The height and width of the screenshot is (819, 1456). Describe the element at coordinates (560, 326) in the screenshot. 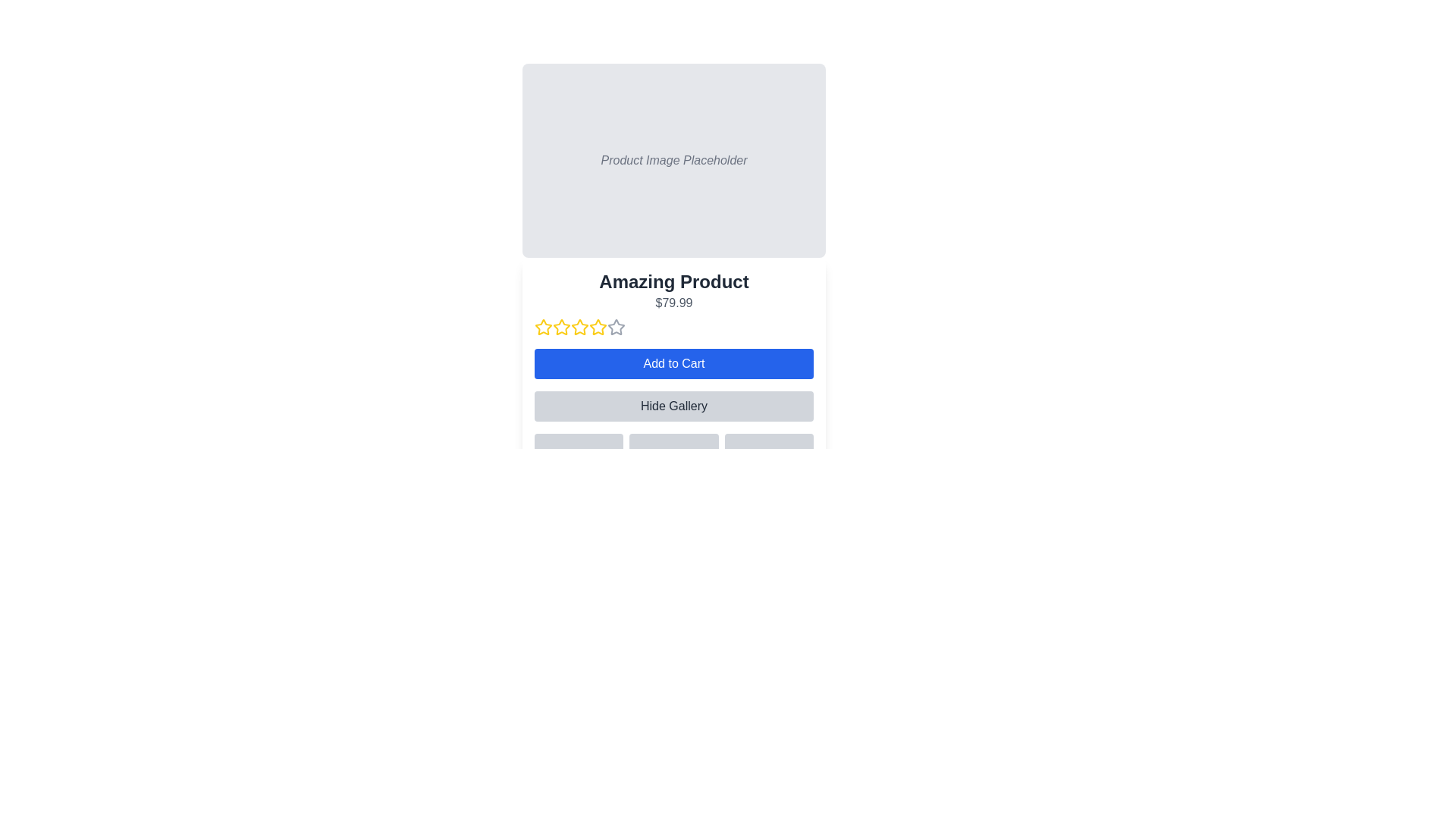

I see `the second star rating icon in the star rating system` at that location.